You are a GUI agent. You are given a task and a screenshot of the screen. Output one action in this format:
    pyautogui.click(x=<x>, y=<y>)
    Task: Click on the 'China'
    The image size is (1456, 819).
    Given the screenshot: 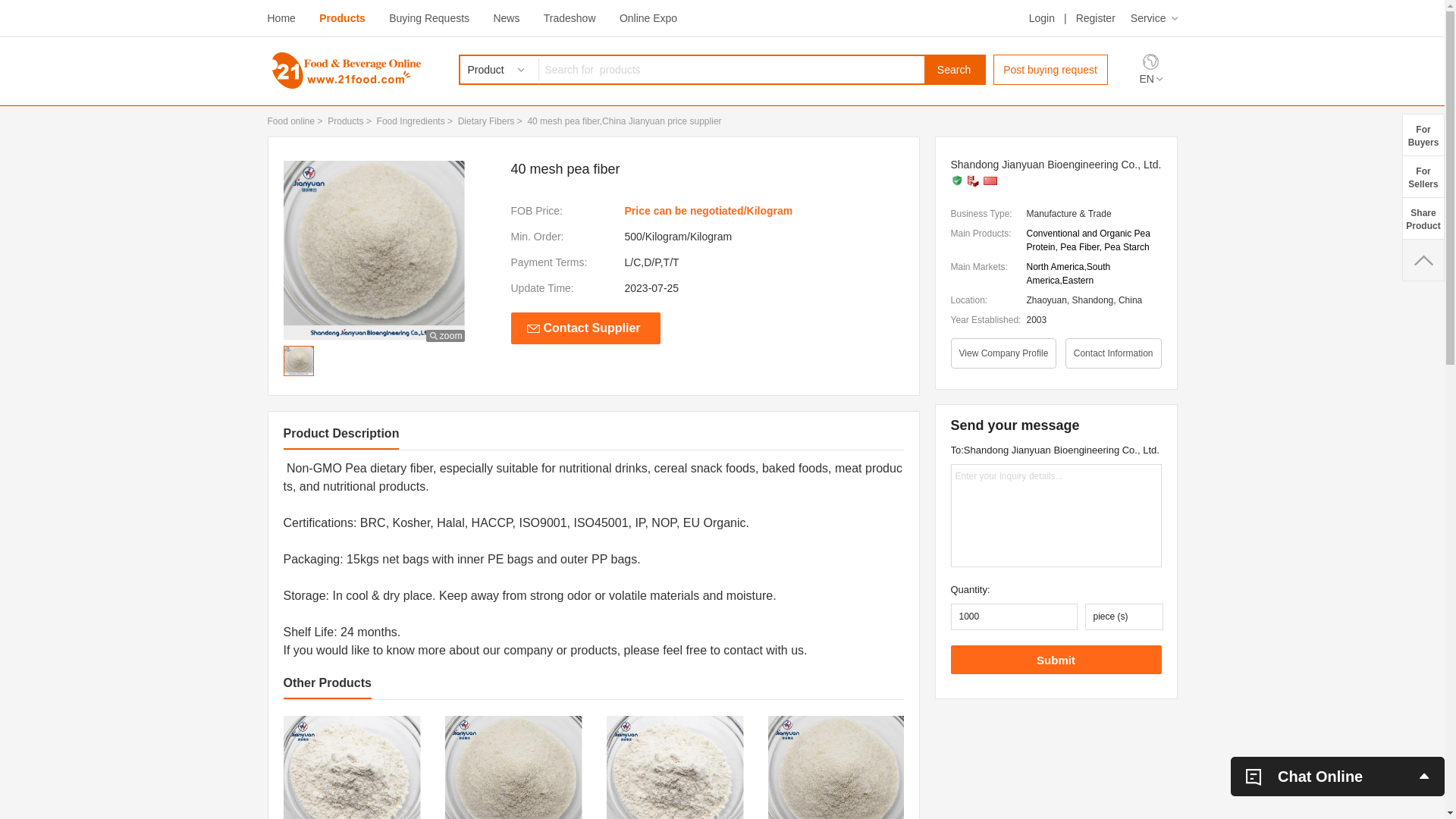 What is the action you would take?
    pyautogui.click(x=990, y=180)
    